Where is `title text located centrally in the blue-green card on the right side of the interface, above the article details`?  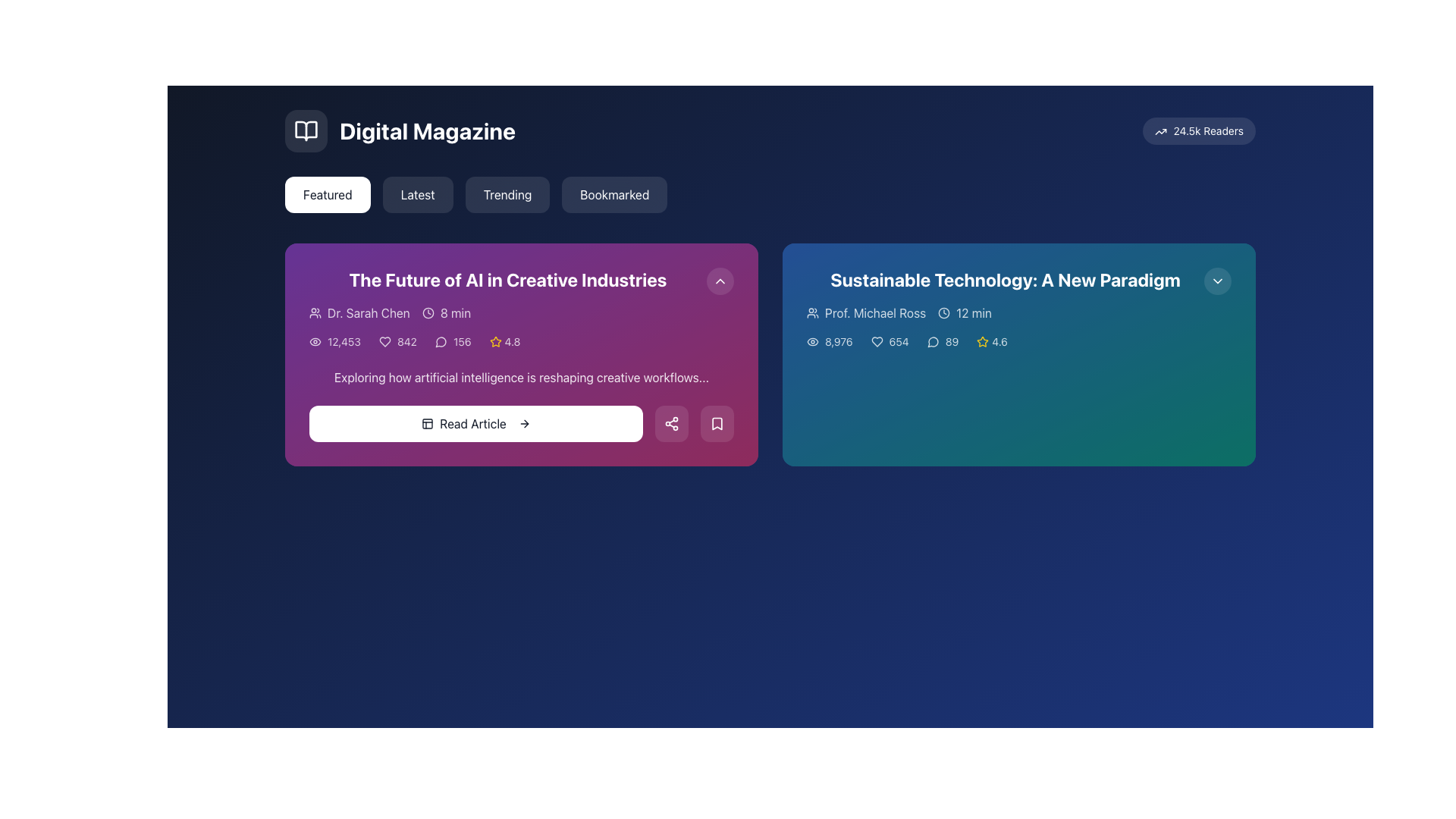 title text located centrally in the blue-green card on the right side of the interface, above the article details is located at coordinates (1005, 280).